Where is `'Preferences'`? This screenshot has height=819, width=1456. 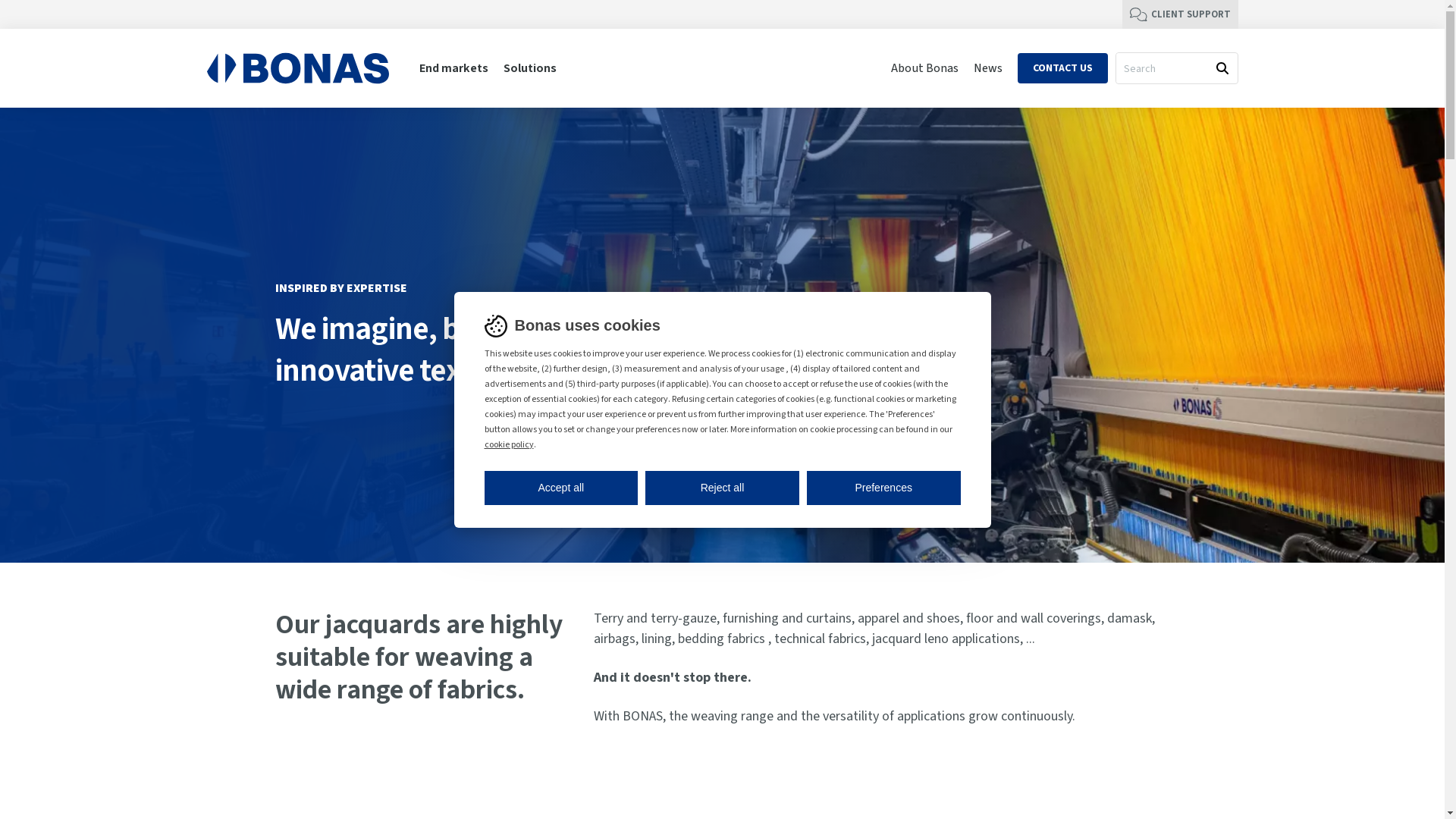
'Preferences' is located at coordinates (806, 487).